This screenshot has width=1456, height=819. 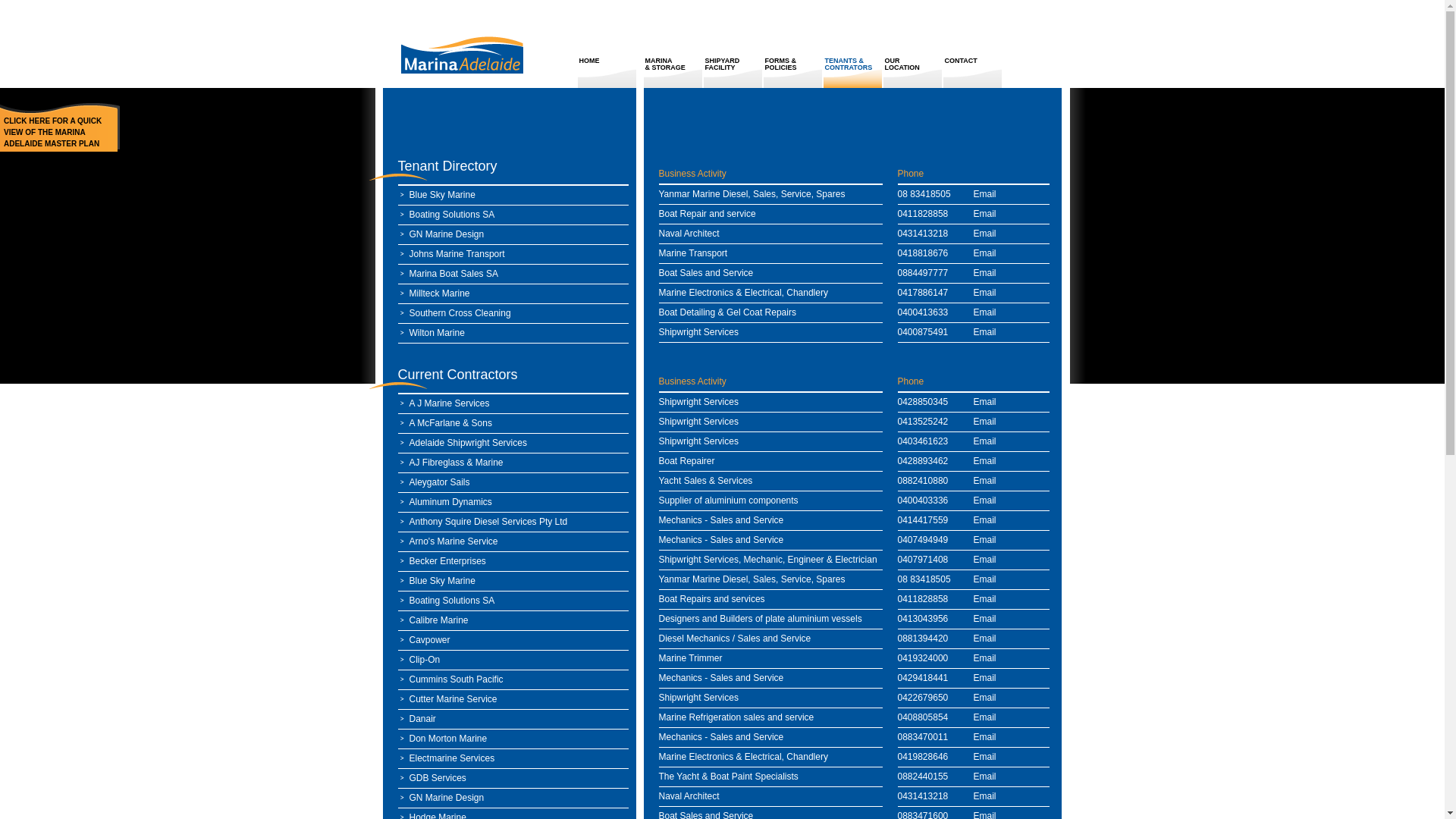 What do you see at coordinates (985, 441) in the screenshot?
I see `'Email'` at bounding box center [985, 441].